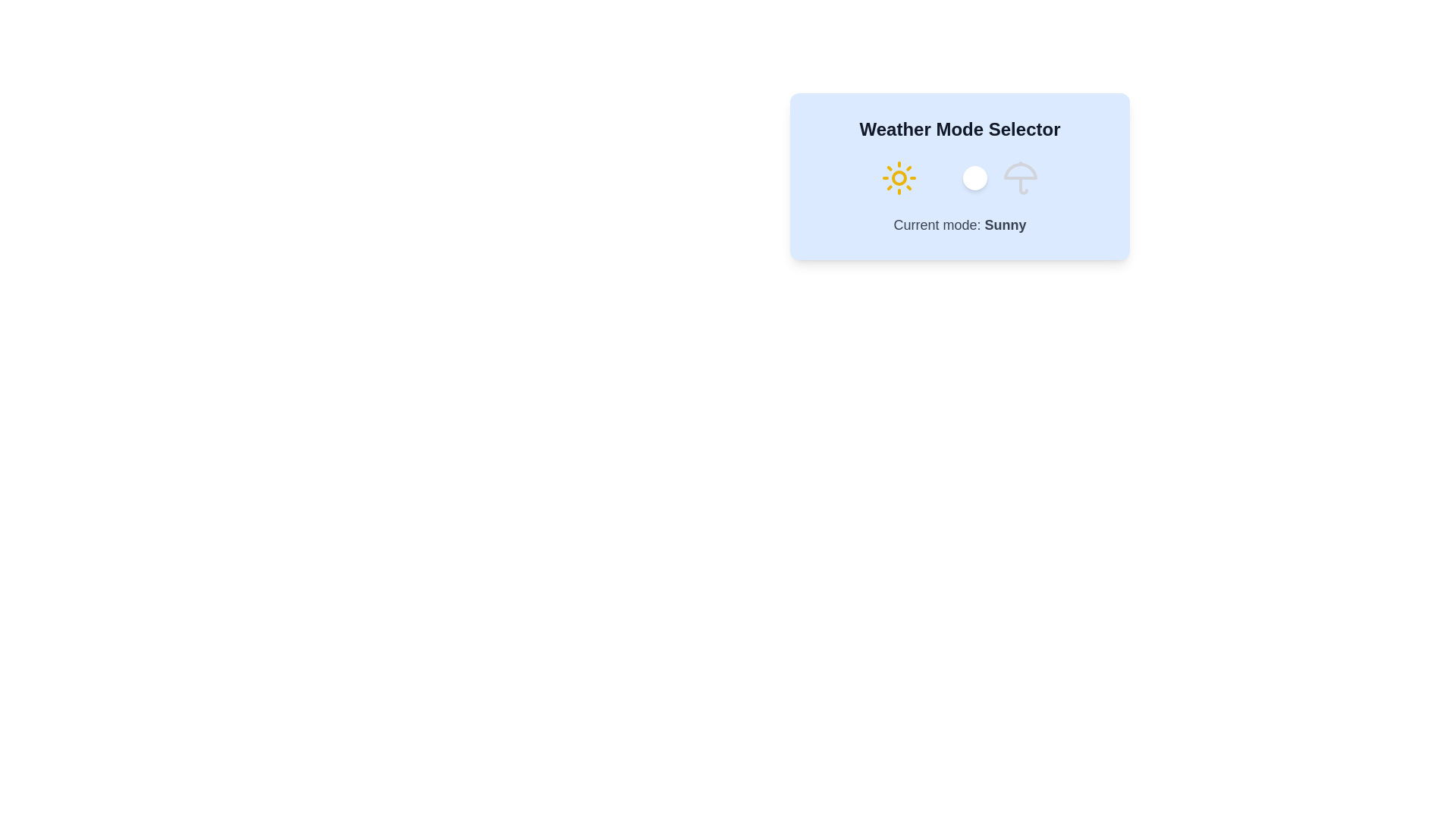  Describe the element at coordinates (959, 177) in the screenshot. I see `the toggle switch of the 'Weather Mode Selector'` at that location.